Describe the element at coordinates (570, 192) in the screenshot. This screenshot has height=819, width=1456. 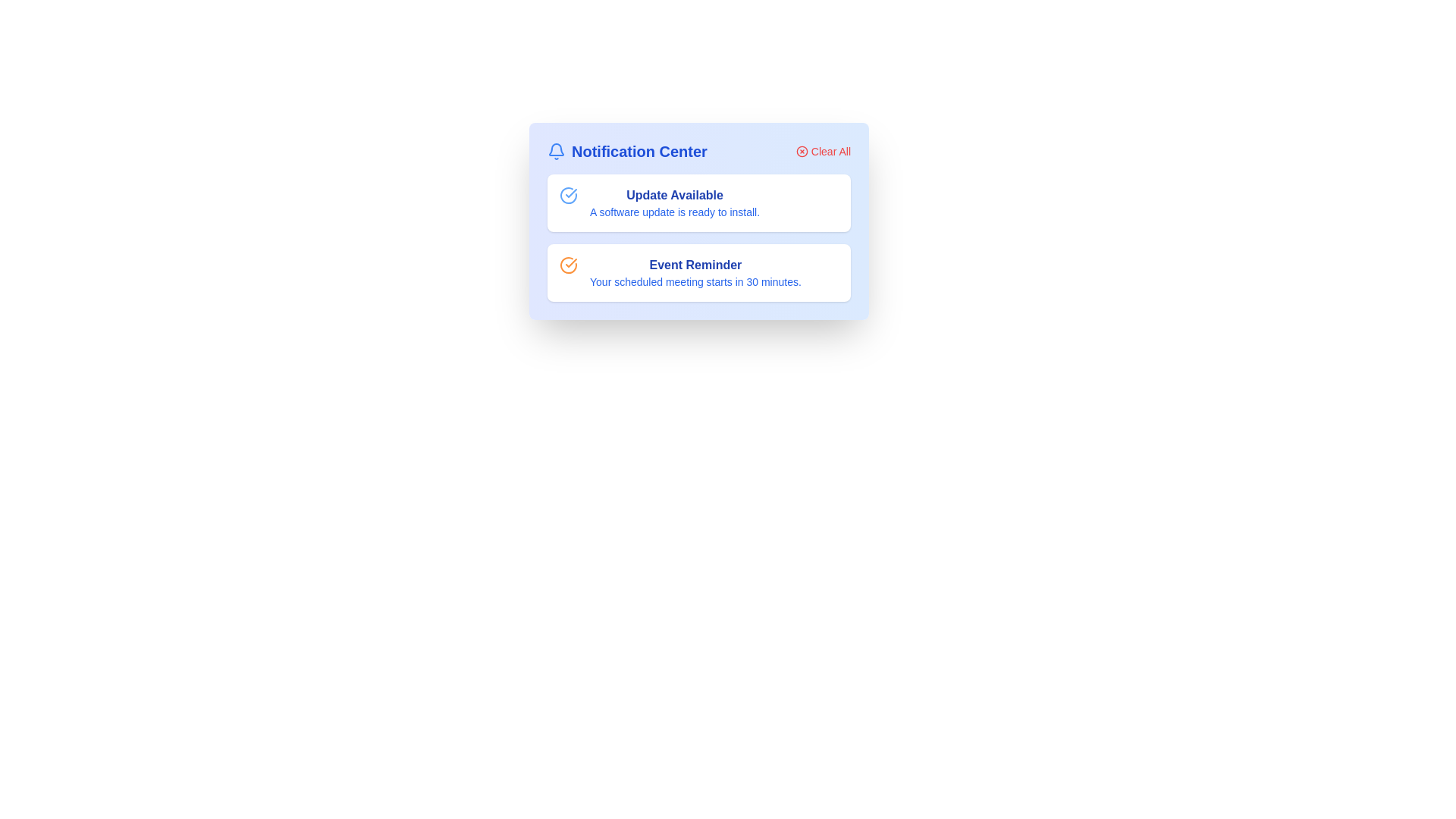
I see `the circular icon indicating successful completion, which is located to the left of the 'Event Reminder' text in the notification interface` at that location.